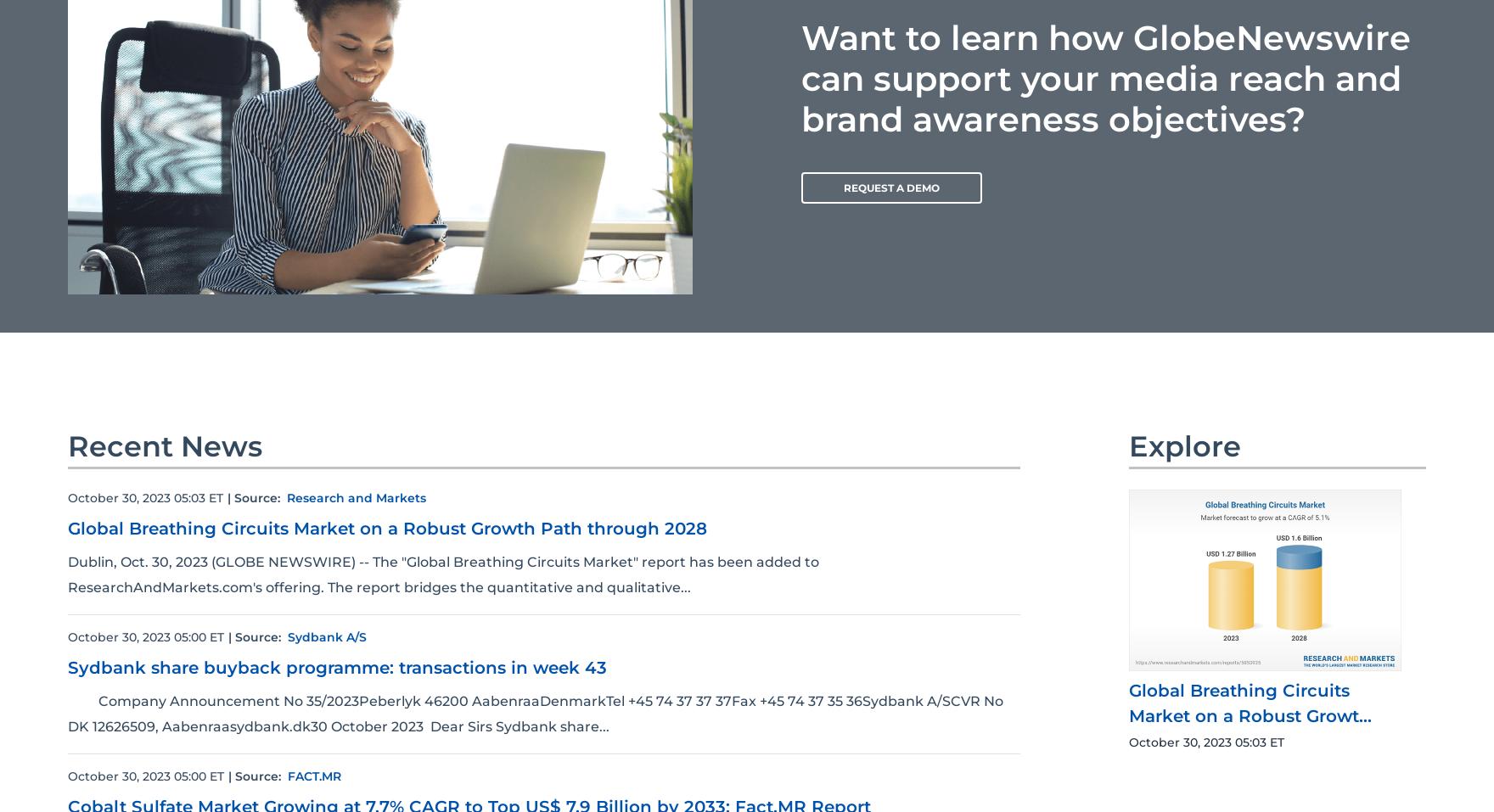 The image size is (1494, 812). I want to click on 'Recent News', so click(165, 445).